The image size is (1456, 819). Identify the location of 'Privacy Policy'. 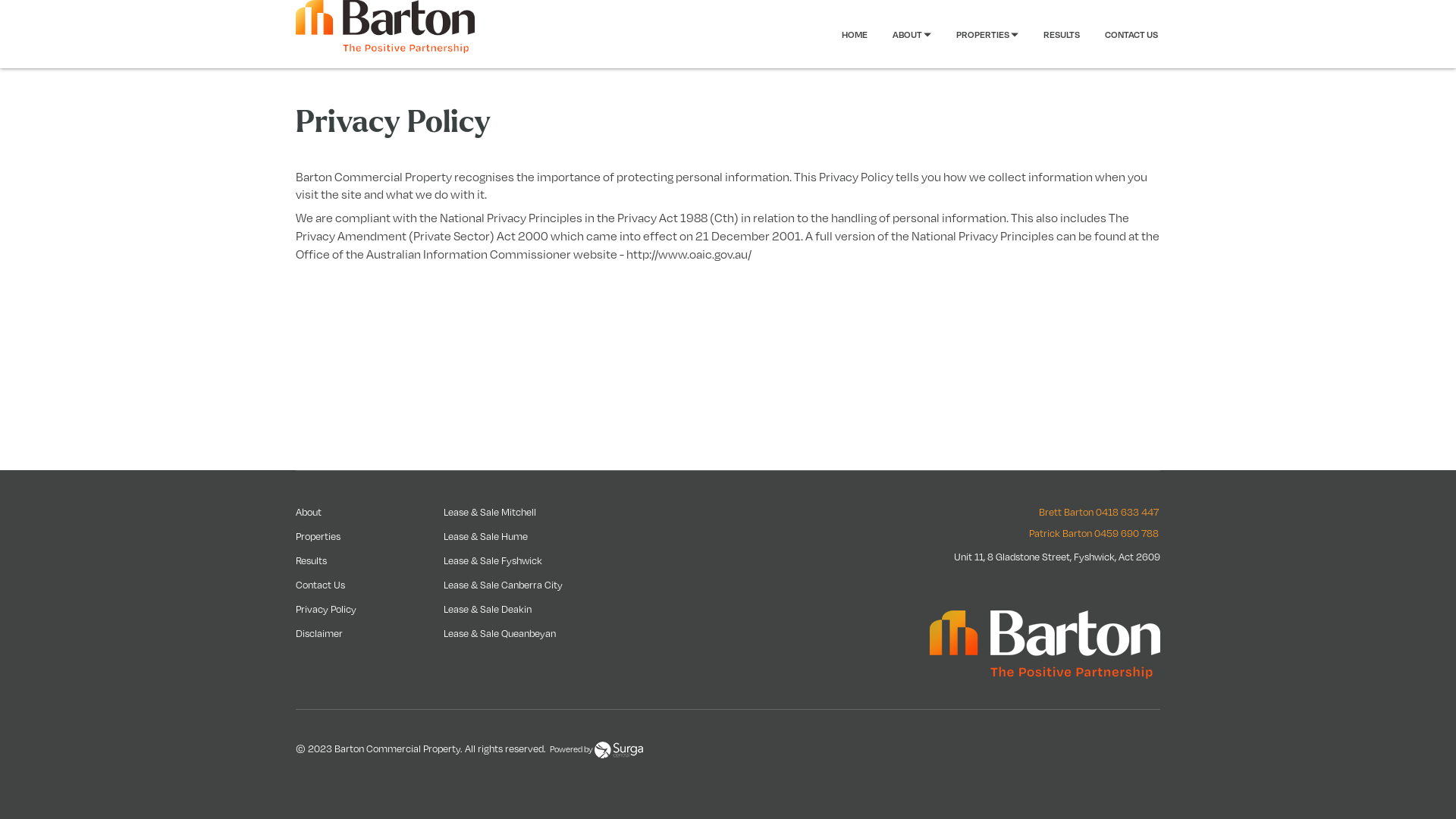
(325, 607).